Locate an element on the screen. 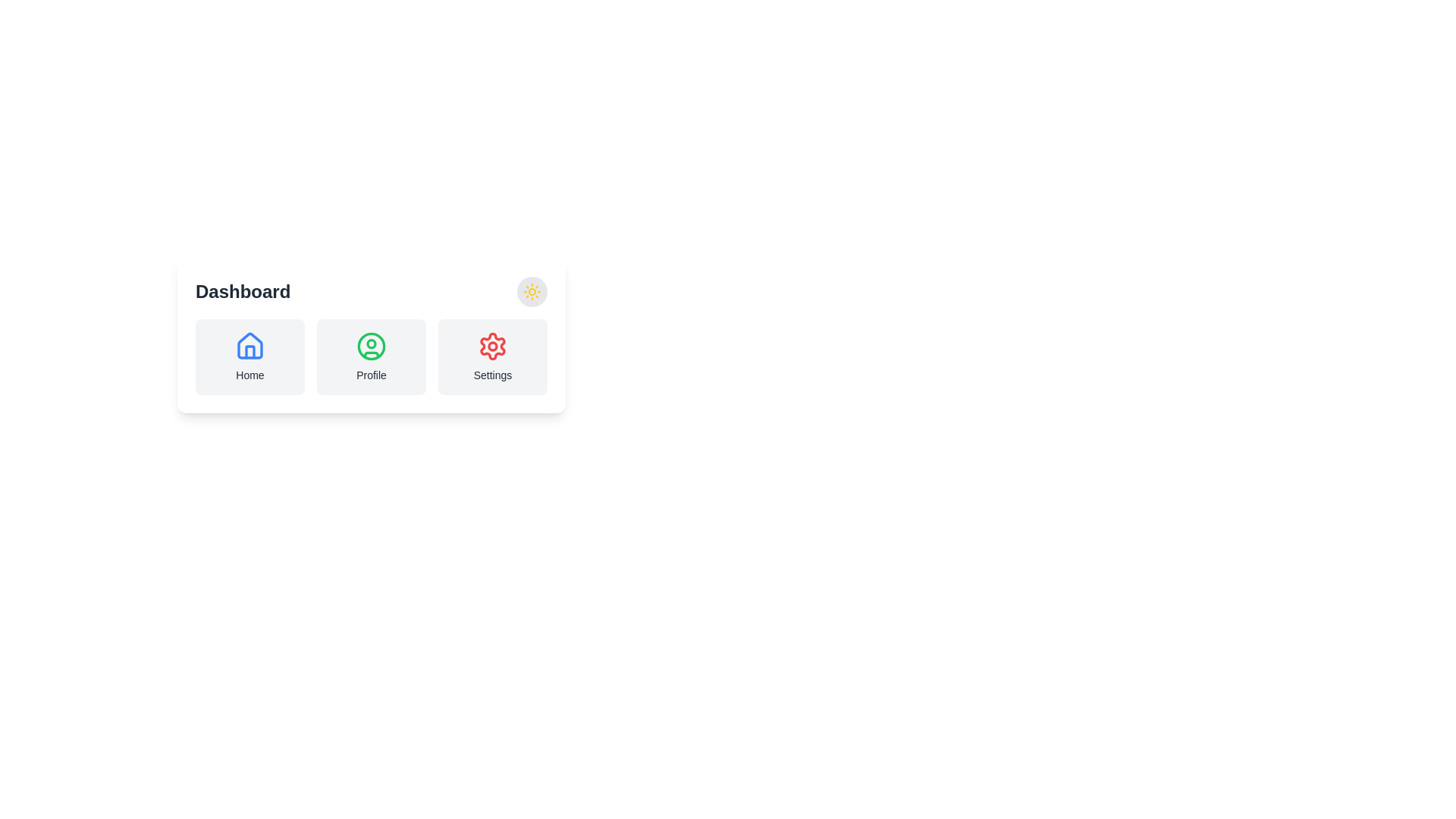 The image size is (1456, 819). the 'Profile' button in the navigation menu is located at coordinates (371, 356).